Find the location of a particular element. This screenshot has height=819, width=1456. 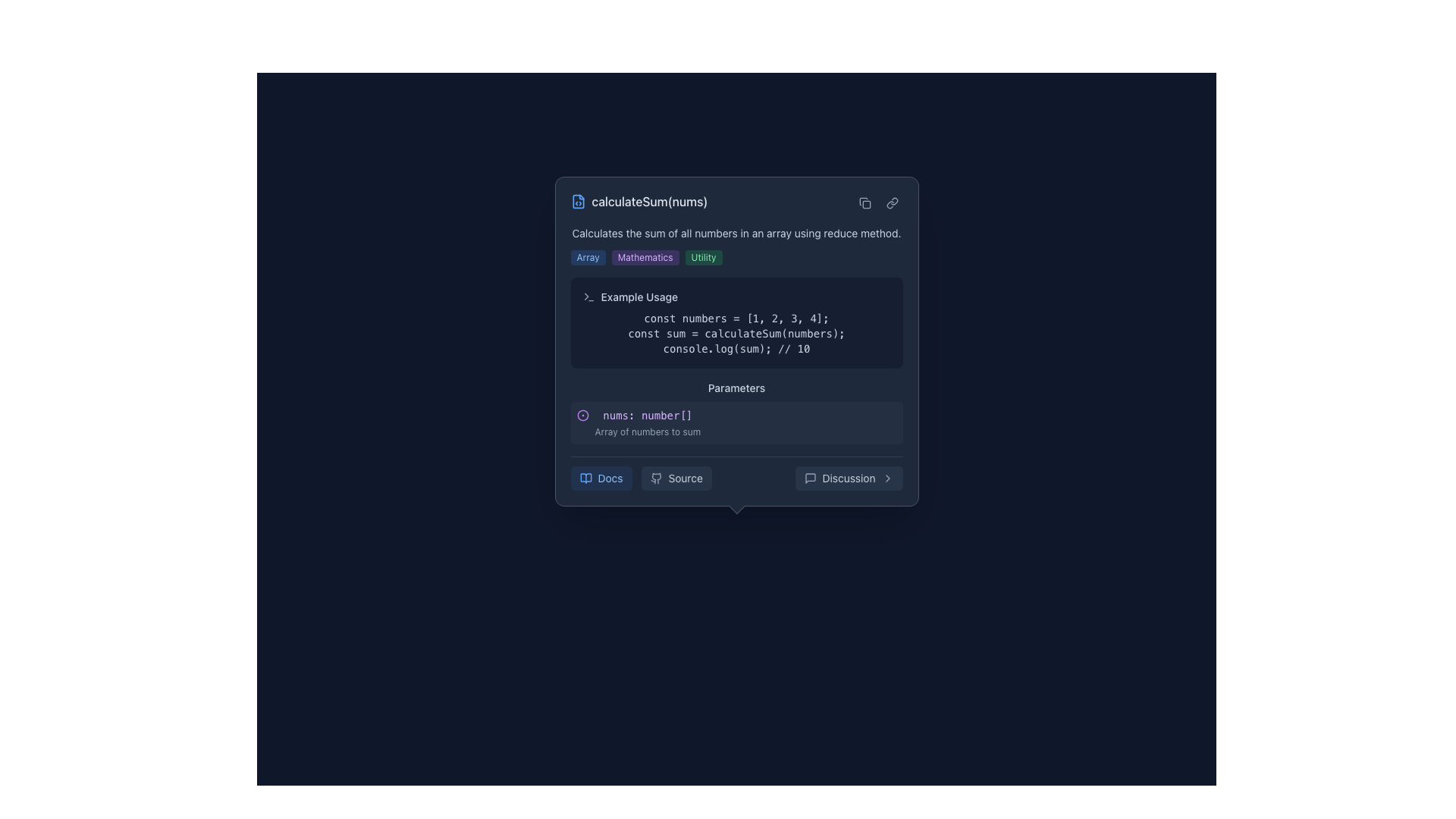

the button located at the bottom center of the modal dialog box that redirects users to the source code or related repository is located at coordinates (736, 482).